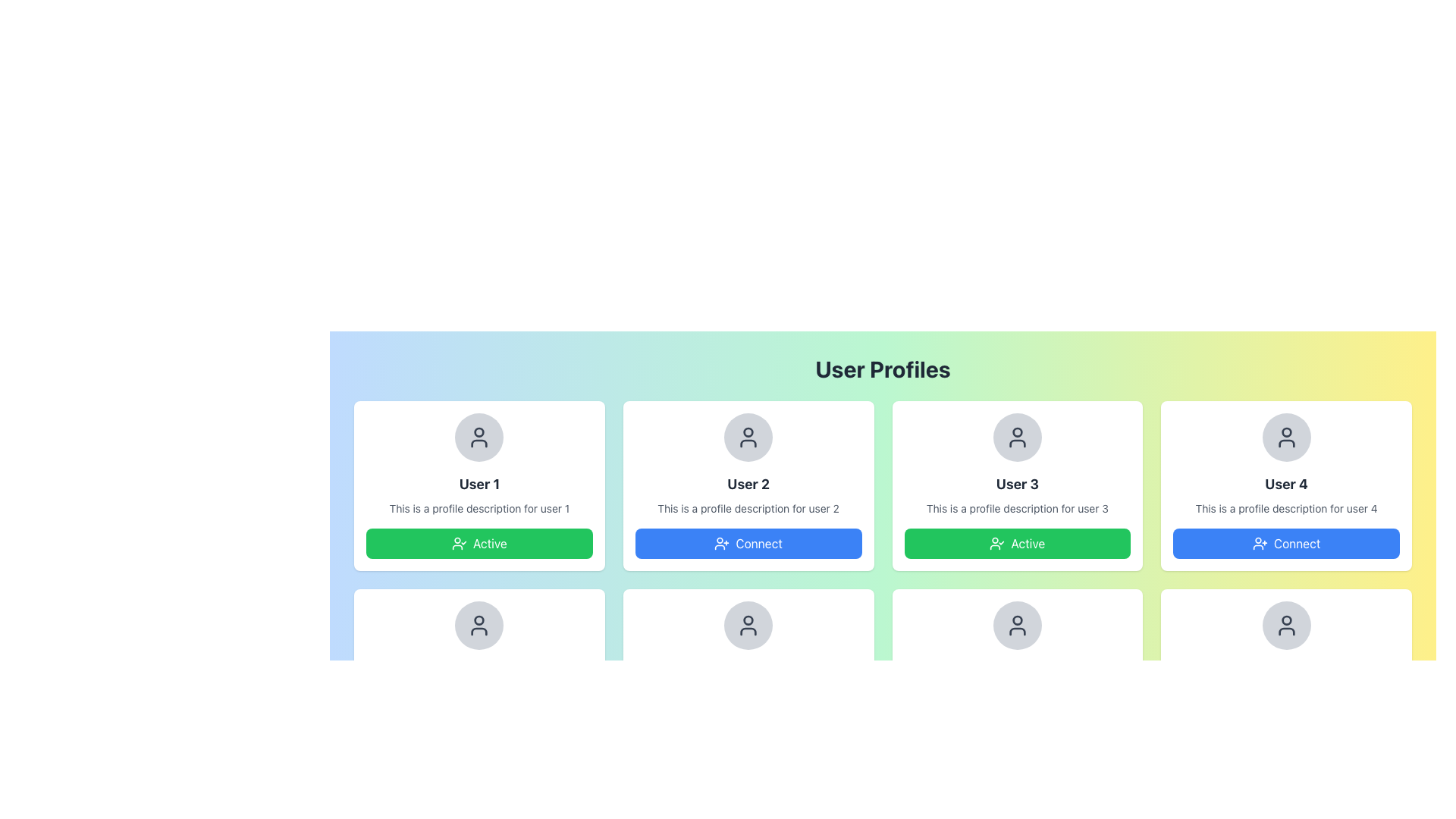  I want to click on the active status icon located within the green 'Active' button for the 'User 1' profile card, so click(458, 543).